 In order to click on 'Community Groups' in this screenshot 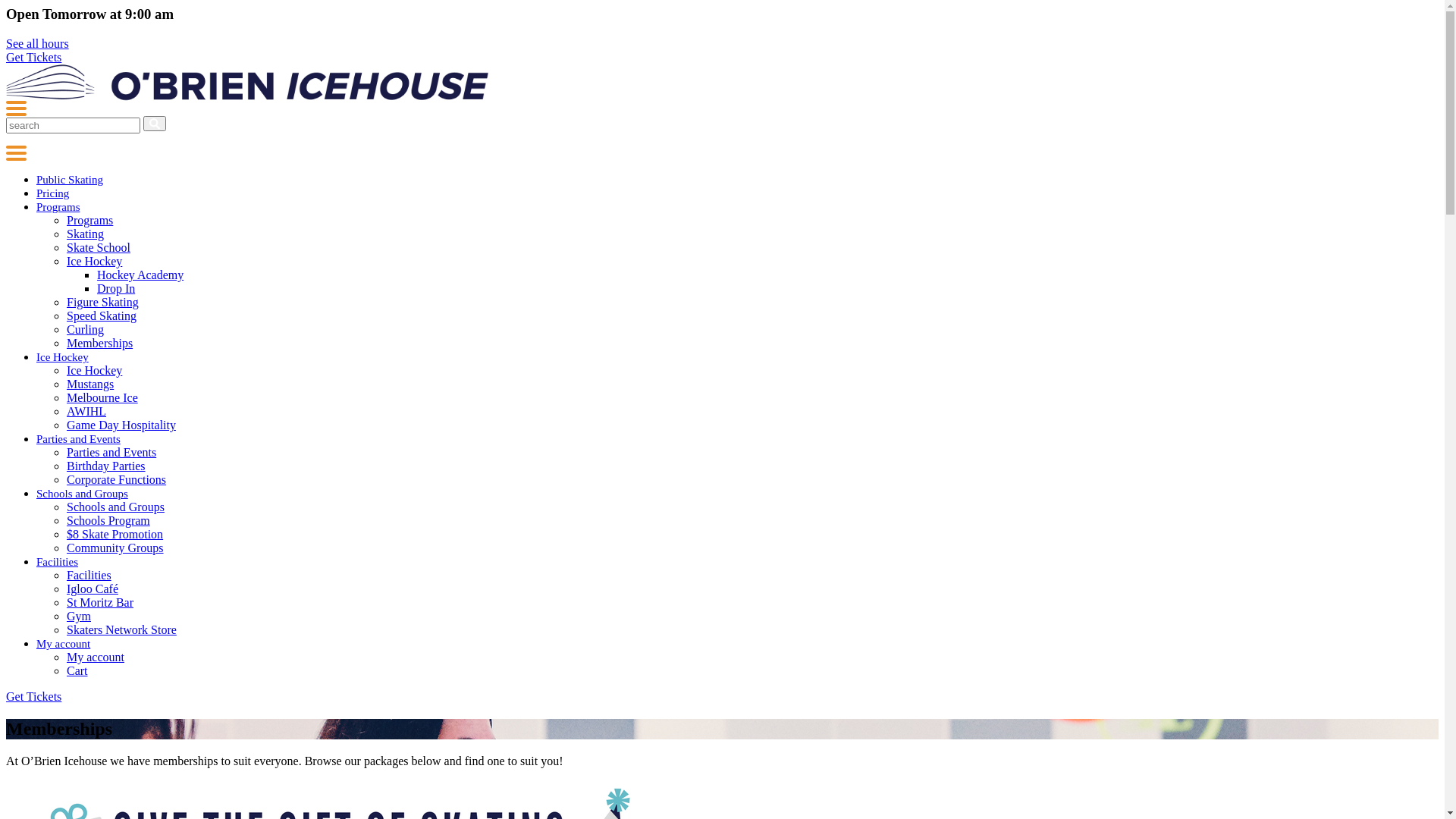, I will do `click(65, 548)`.